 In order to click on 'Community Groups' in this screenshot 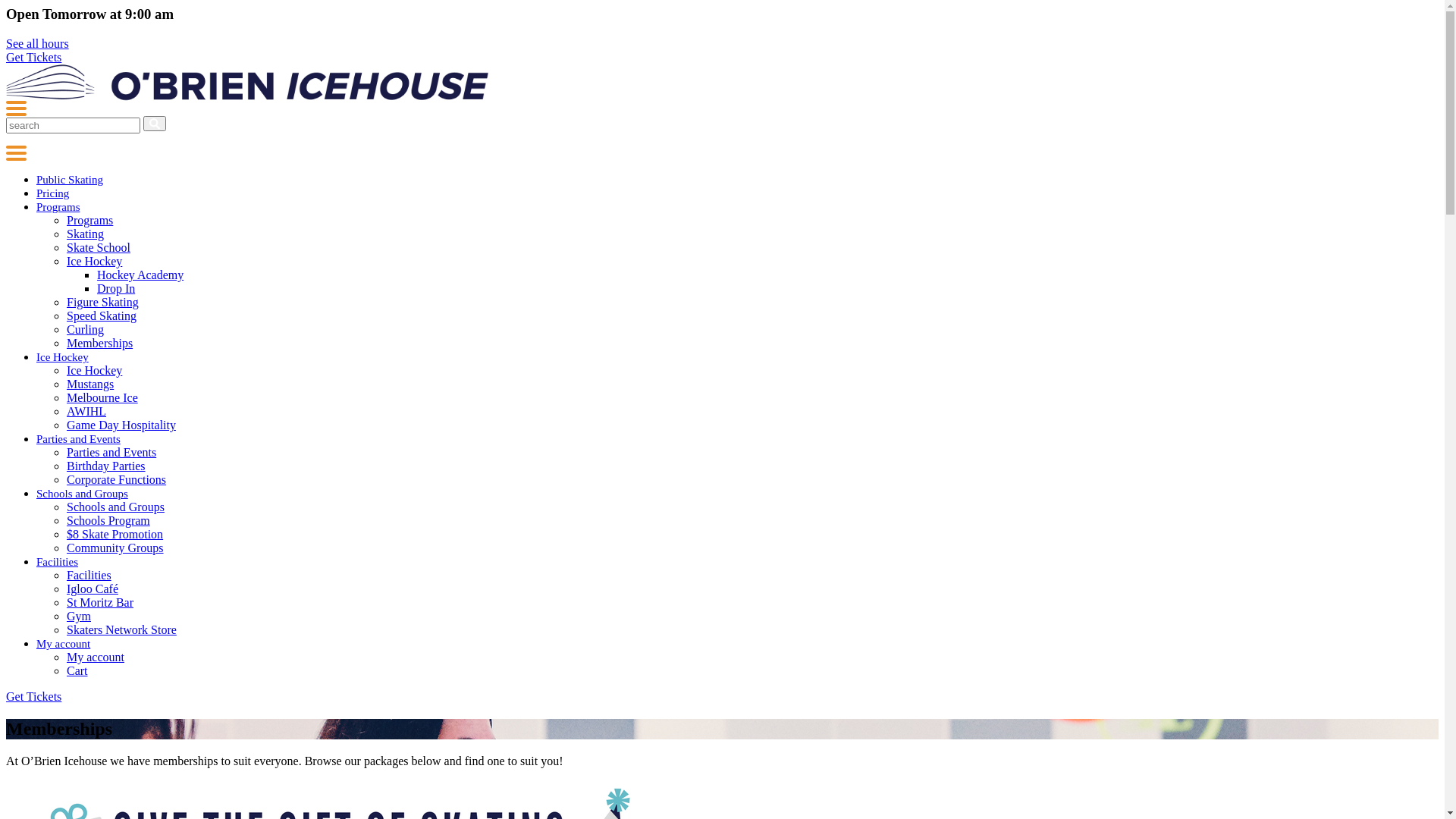, I will do `click(65, 548)`.